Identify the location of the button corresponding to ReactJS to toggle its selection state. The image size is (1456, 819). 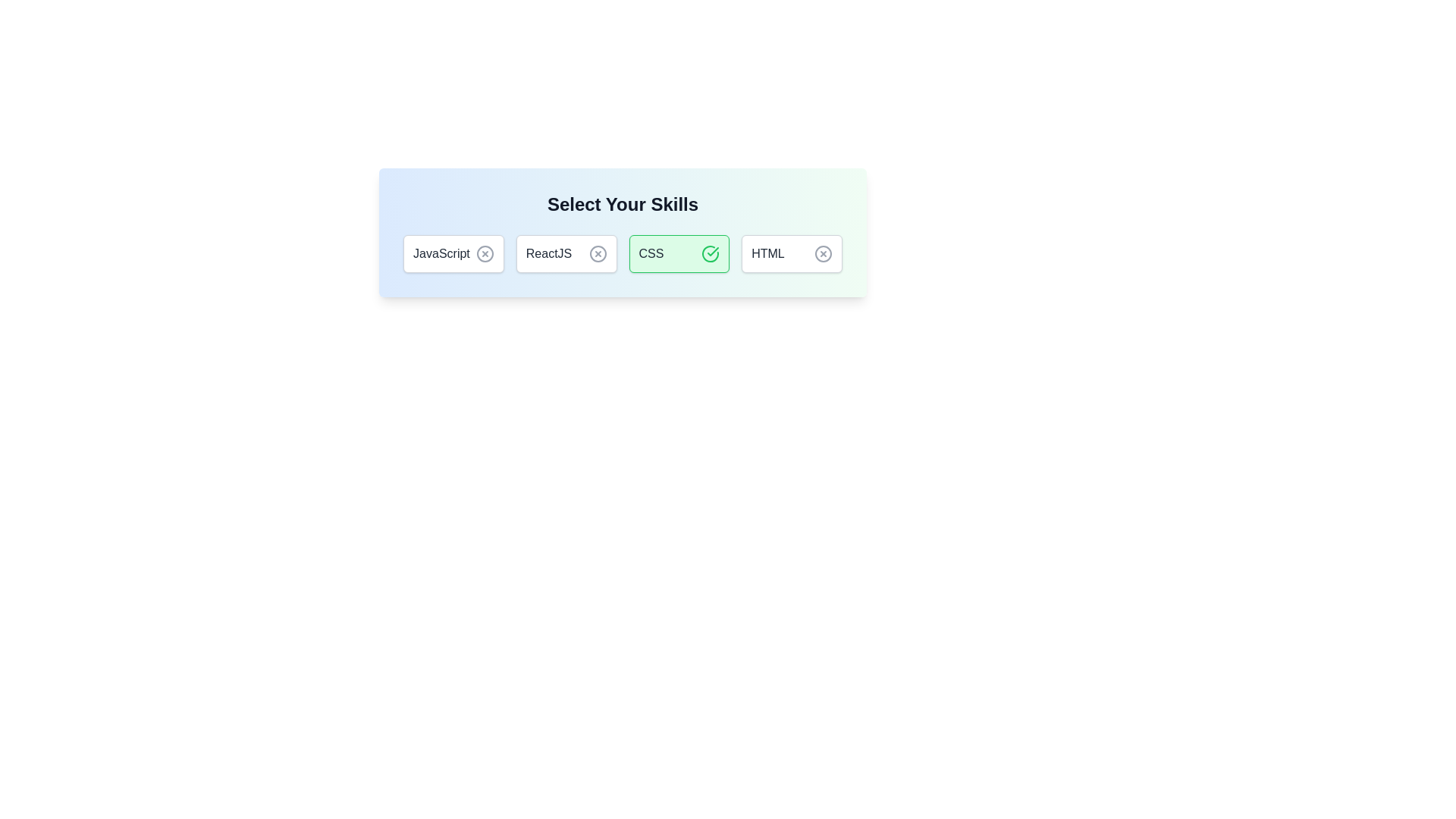
(566, 253).